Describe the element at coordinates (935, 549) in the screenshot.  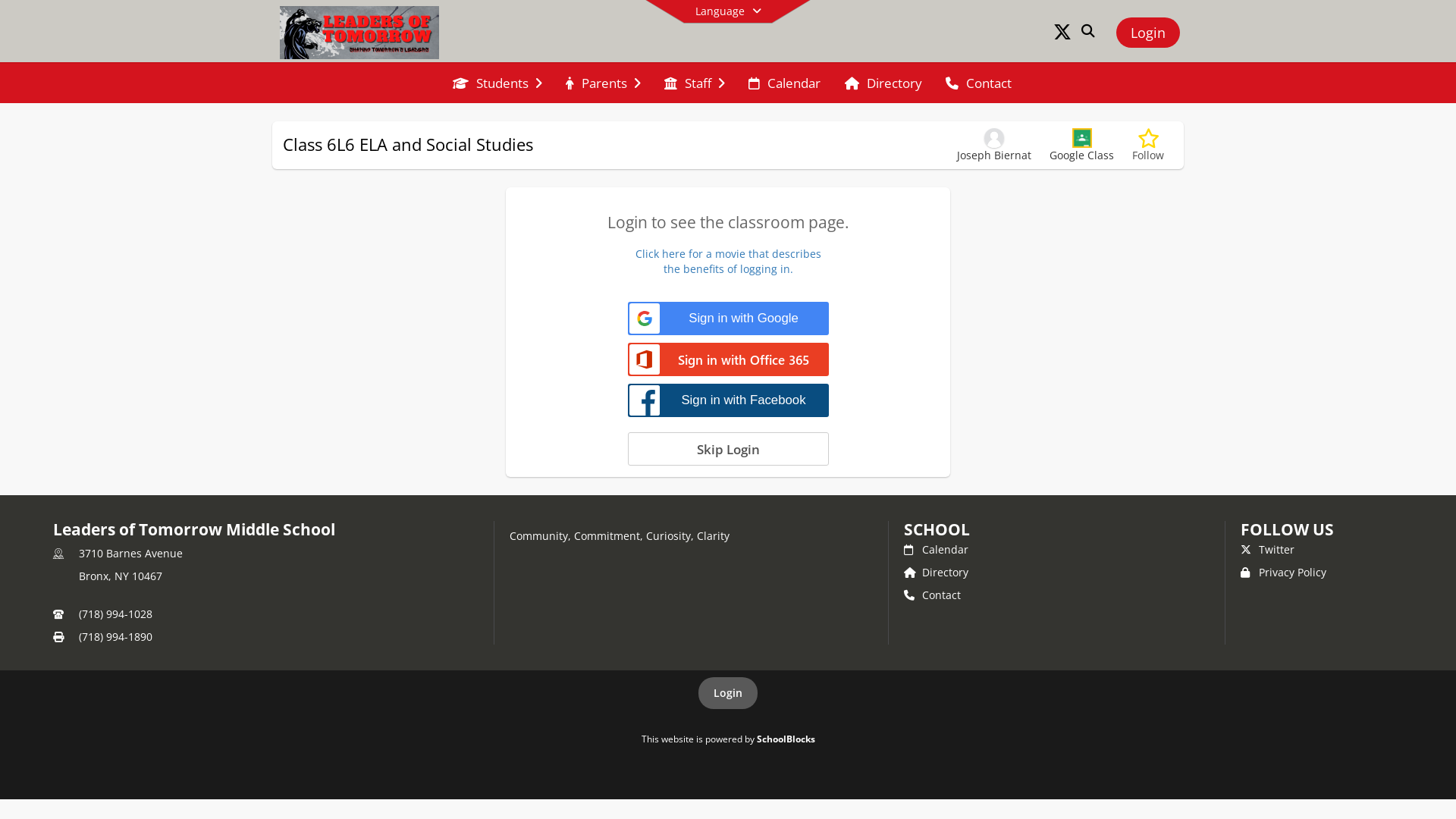
I see `'Calendar'` at that location.